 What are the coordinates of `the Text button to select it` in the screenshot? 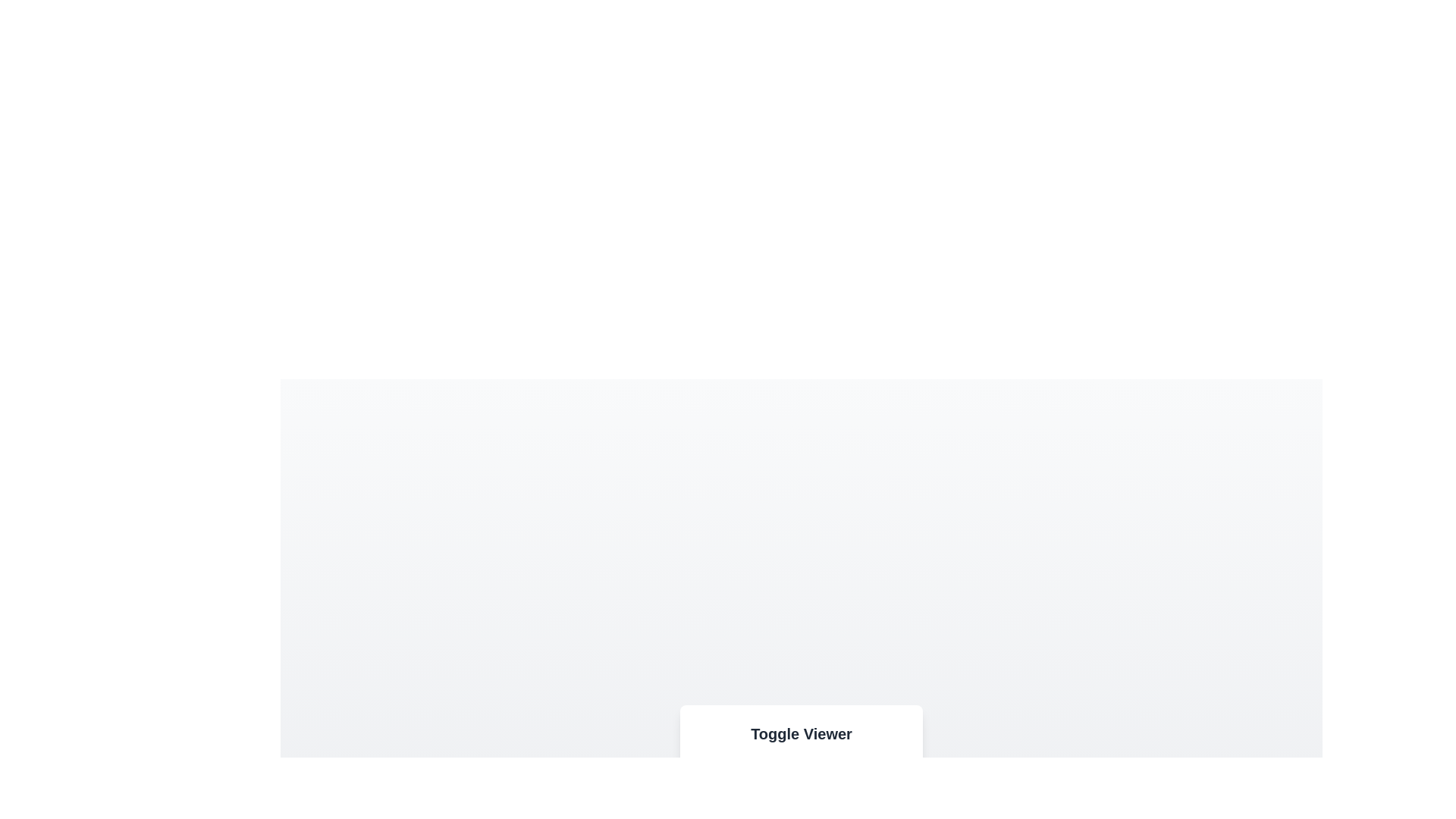 It's located at (889, 789).